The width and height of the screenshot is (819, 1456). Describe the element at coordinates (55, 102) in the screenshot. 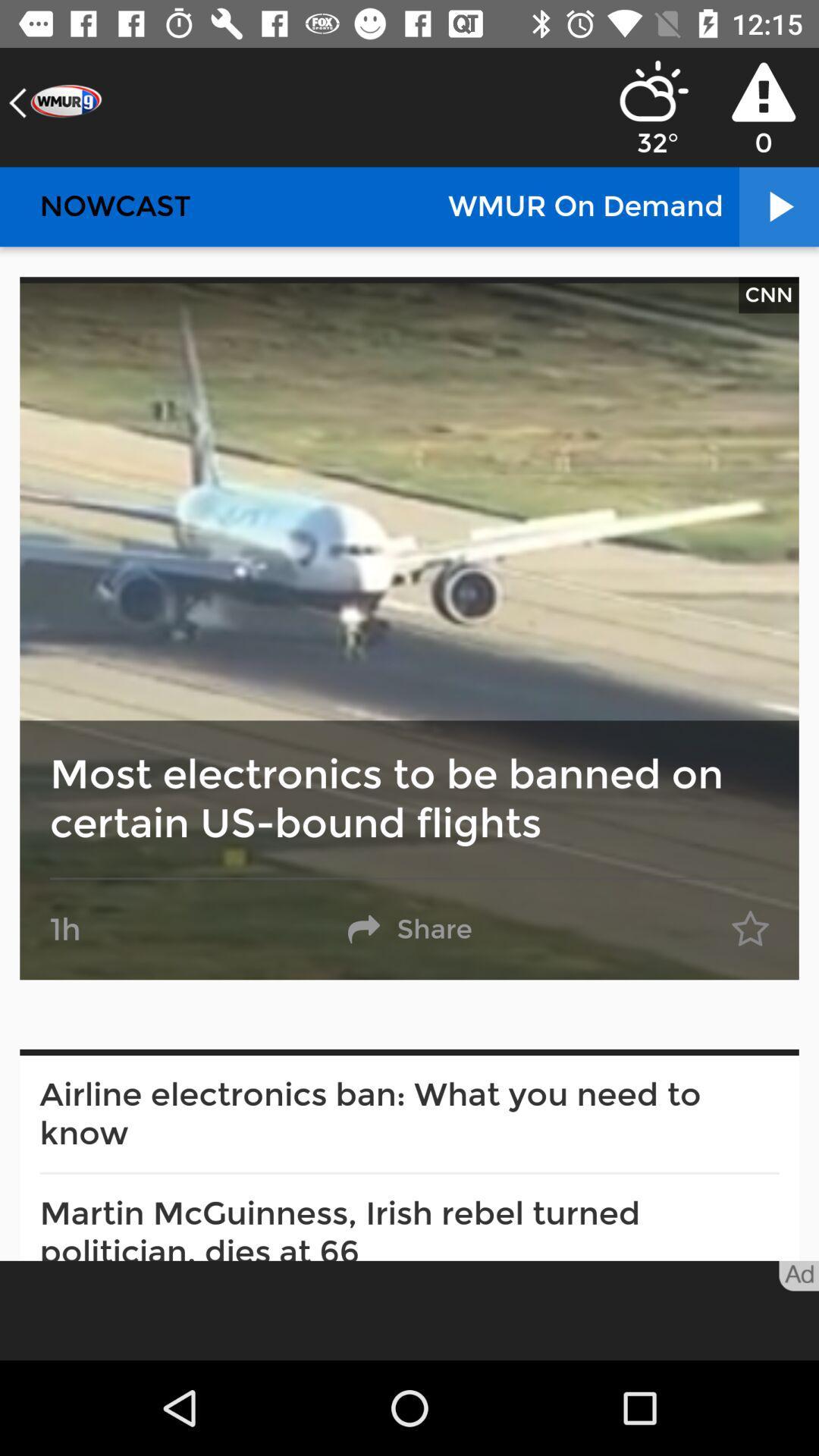

I see `the arrow_backward icon` at that location.